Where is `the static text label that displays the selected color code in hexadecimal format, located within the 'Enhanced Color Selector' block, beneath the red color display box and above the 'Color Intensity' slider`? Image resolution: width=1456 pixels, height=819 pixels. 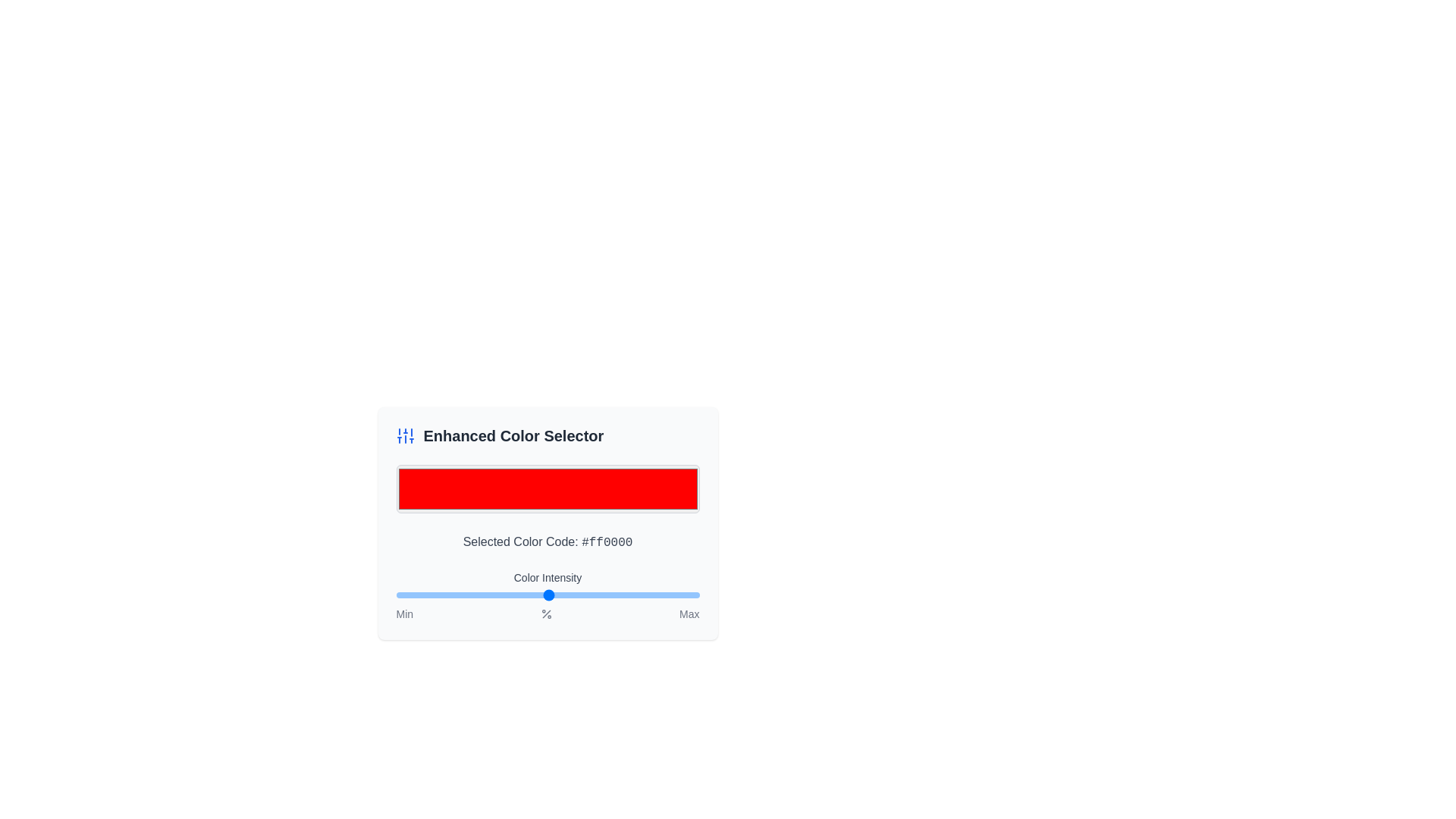 the static text label that displays the selected color code in hexadecimal format, located within the 'Enhanced Color Selector' block, beneath the red color display box and above the 'Color Intensity' slider is located at coordinates (547, 541).